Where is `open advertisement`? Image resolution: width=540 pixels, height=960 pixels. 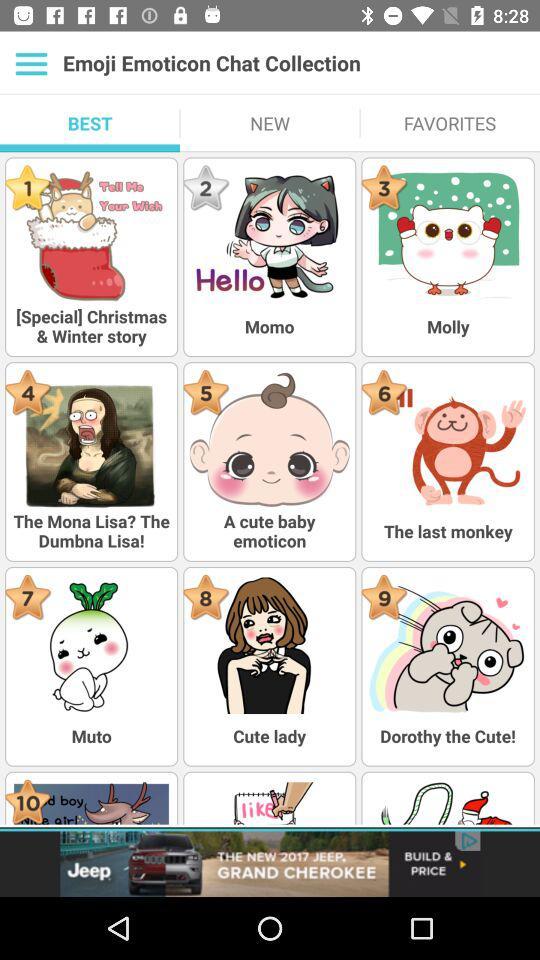
open advertisement is located at coordinates (270, 863).